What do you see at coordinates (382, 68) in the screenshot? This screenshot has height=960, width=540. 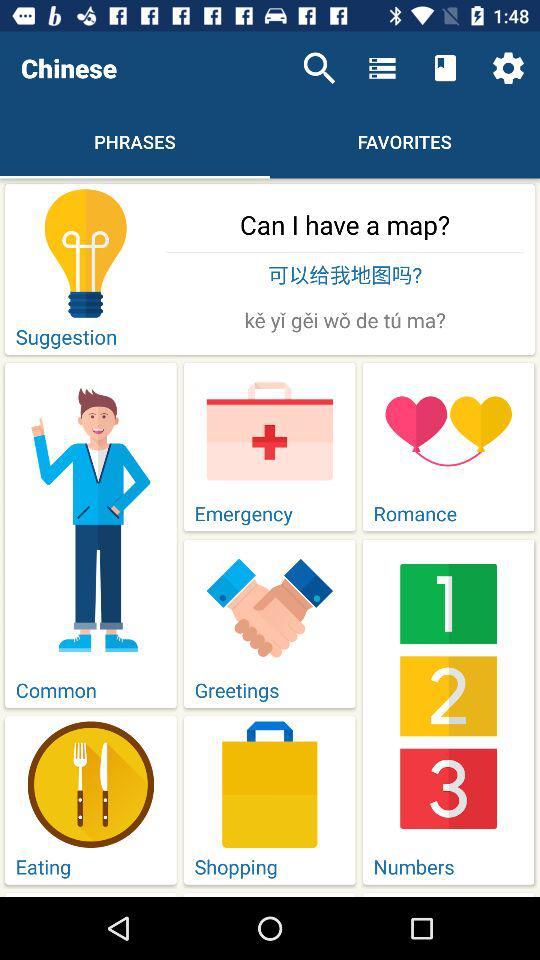 I see `the icon above the favorites` at bounding box center [382, 68].